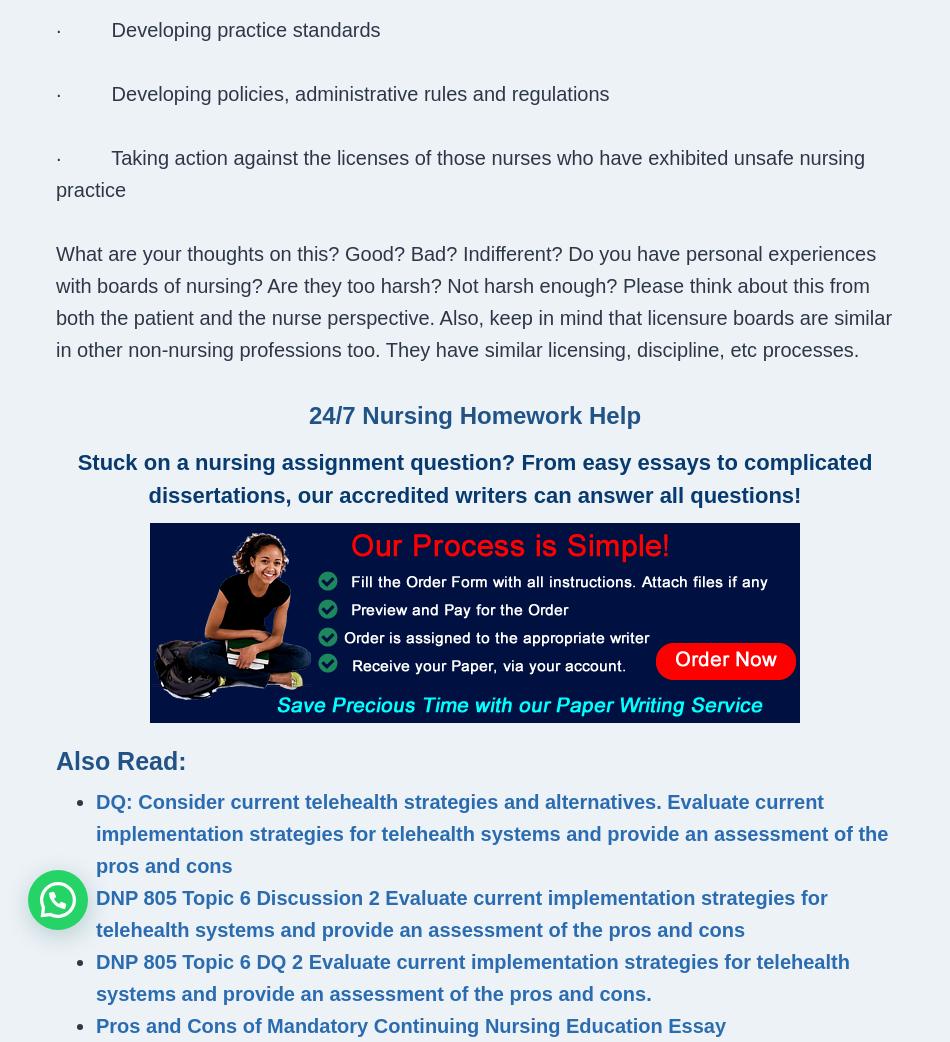 The width and height of the screenshot is (950, 1042). I want to click on '·         Developing policies, administrative rules and regulations', so click(55, 93).